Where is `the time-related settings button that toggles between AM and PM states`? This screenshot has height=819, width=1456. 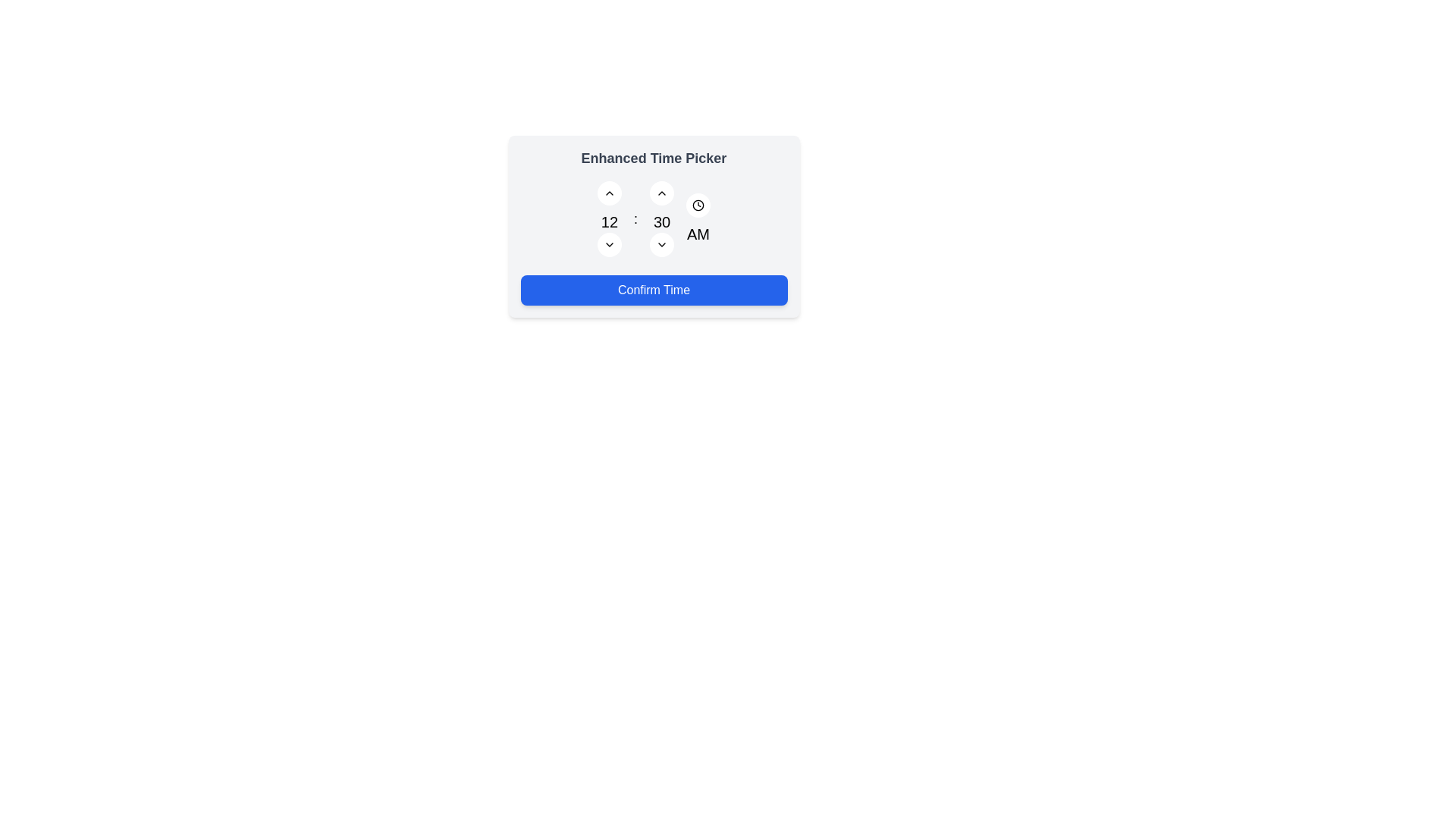
the time-related settings button that toggles between AM and PM states is located at coordinates (698, 205).